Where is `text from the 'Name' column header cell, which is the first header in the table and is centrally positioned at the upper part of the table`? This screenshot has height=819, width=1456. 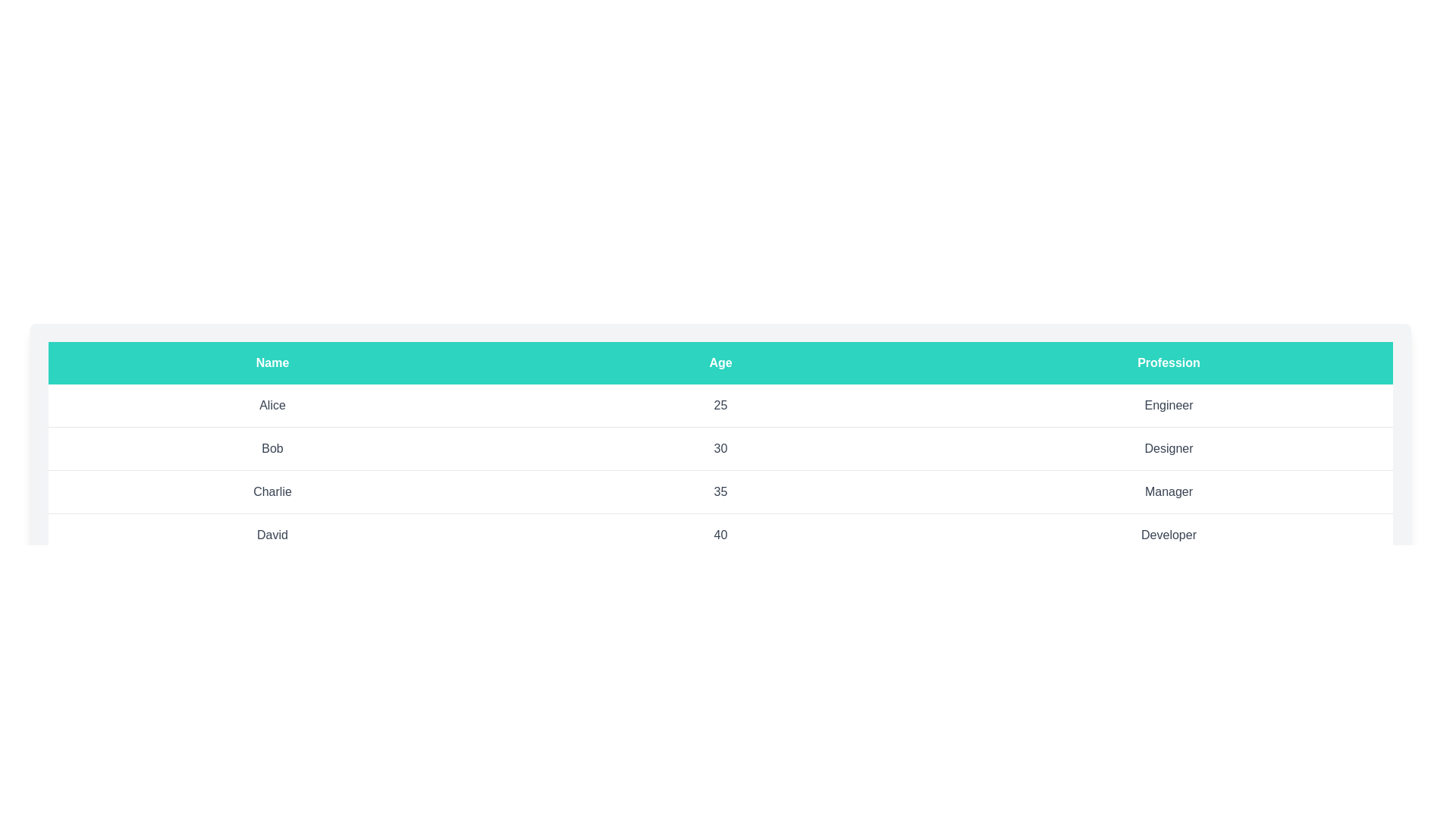
text from the 'Name' column header cell, which is the first header in the table and is centrally positioned at the upper part of the table is located at coordinates (272, 362).